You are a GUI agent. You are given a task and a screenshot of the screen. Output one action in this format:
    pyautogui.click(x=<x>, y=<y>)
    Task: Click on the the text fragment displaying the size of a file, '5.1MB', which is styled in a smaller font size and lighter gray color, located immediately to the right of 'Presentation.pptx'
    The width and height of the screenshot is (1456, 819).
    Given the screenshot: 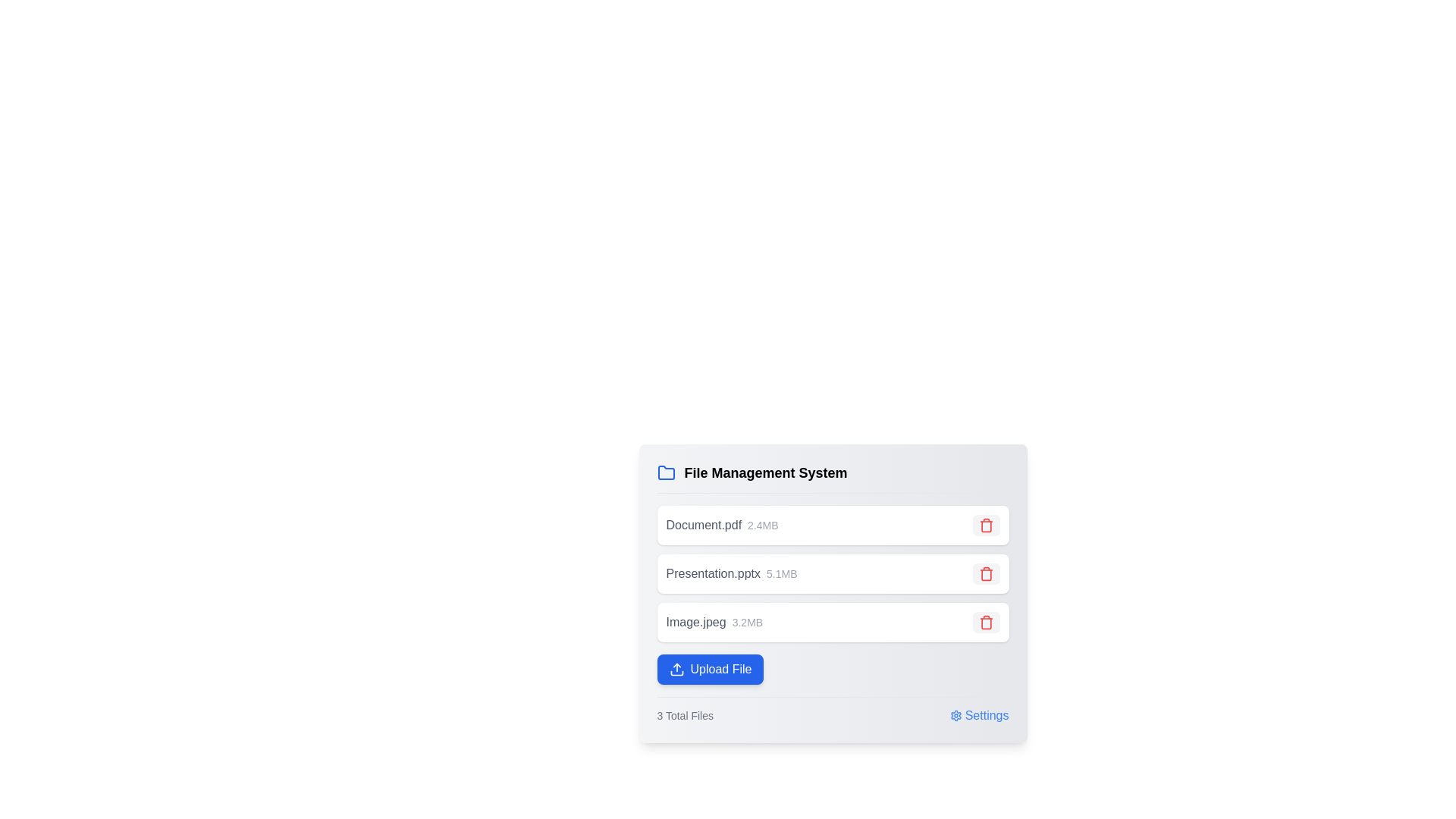 What is the action you would take?
    pyautogui.click(x=782, y=573)
    